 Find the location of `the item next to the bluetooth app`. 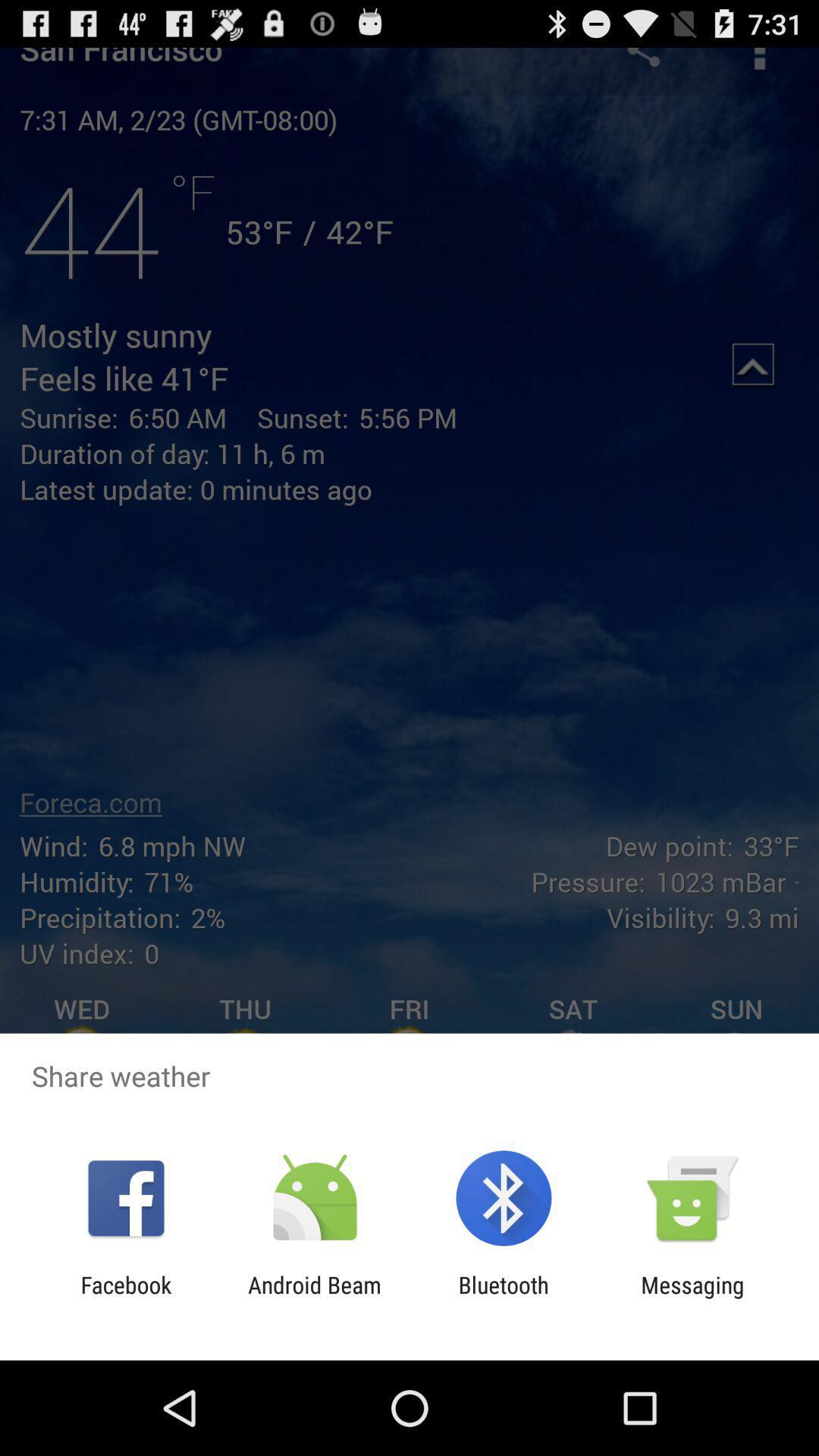

the item next to the bluetooth app is located at coordinates (314, 1298).